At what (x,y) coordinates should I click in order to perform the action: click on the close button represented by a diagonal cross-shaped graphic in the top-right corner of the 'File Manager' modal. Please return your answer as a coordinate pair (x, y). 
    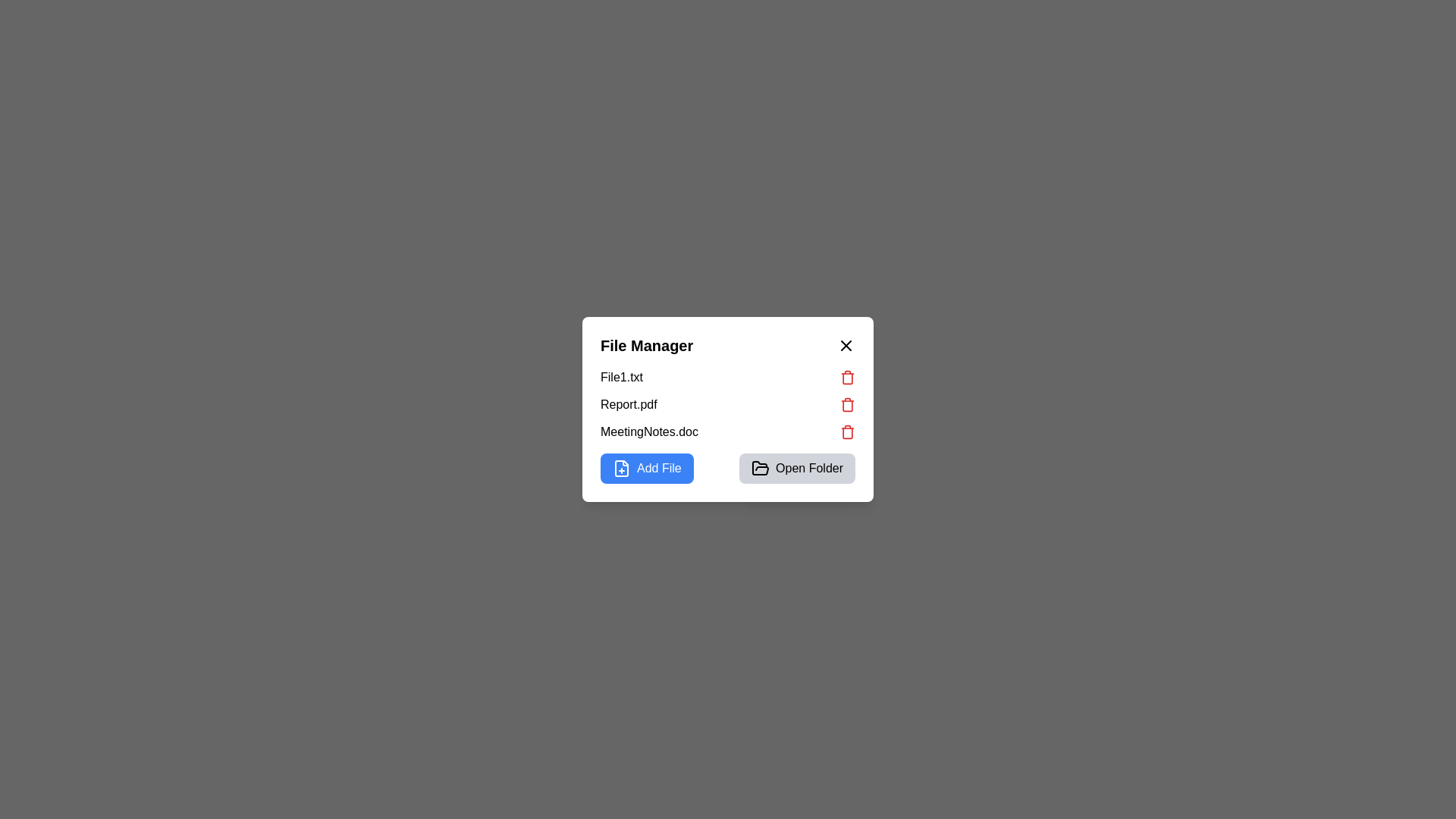
    Looking at the image, I should click on (846, 345).